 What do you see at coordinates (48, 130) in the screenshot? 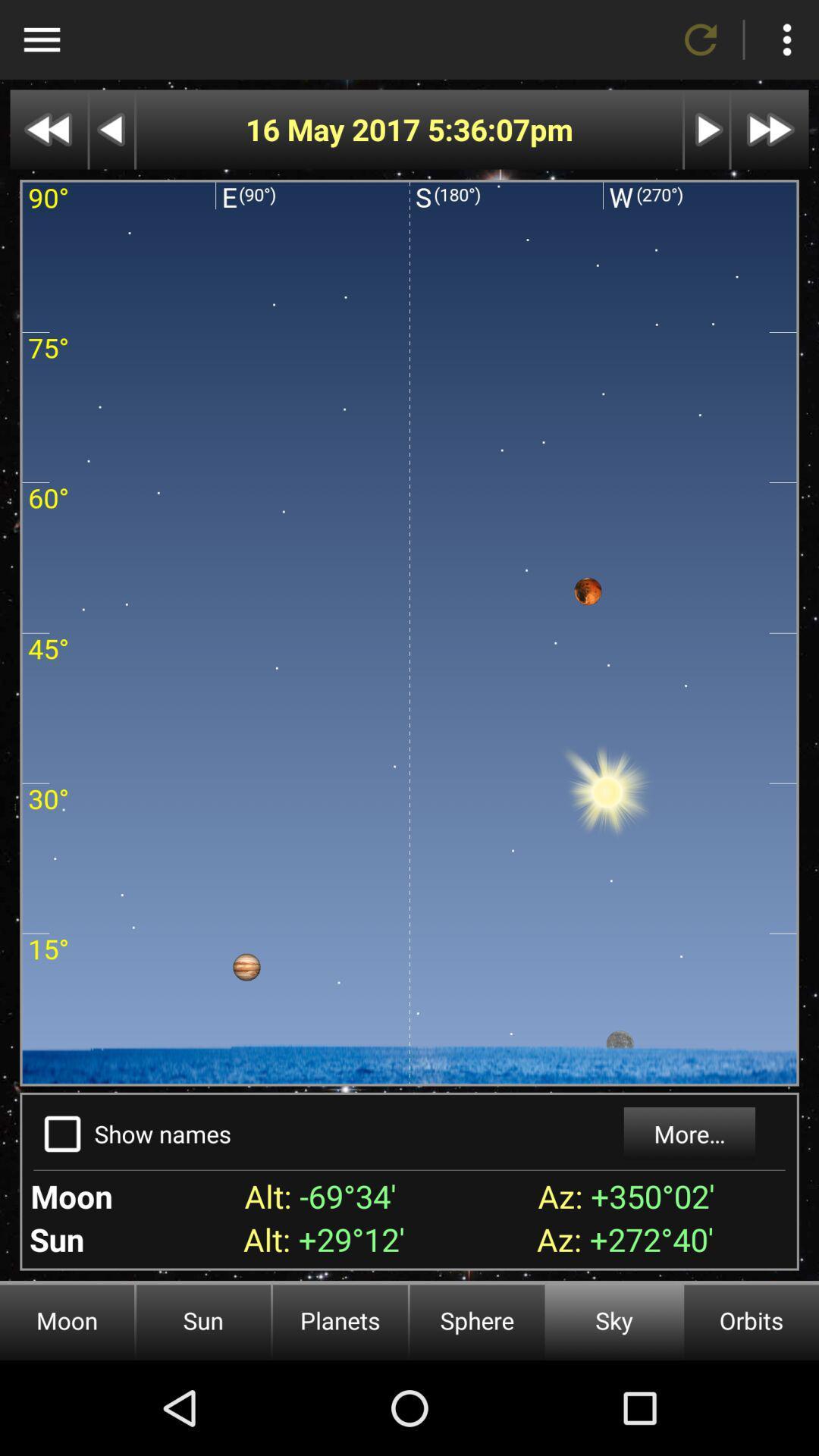
I see `beginning` at bounding box center [48, 130].